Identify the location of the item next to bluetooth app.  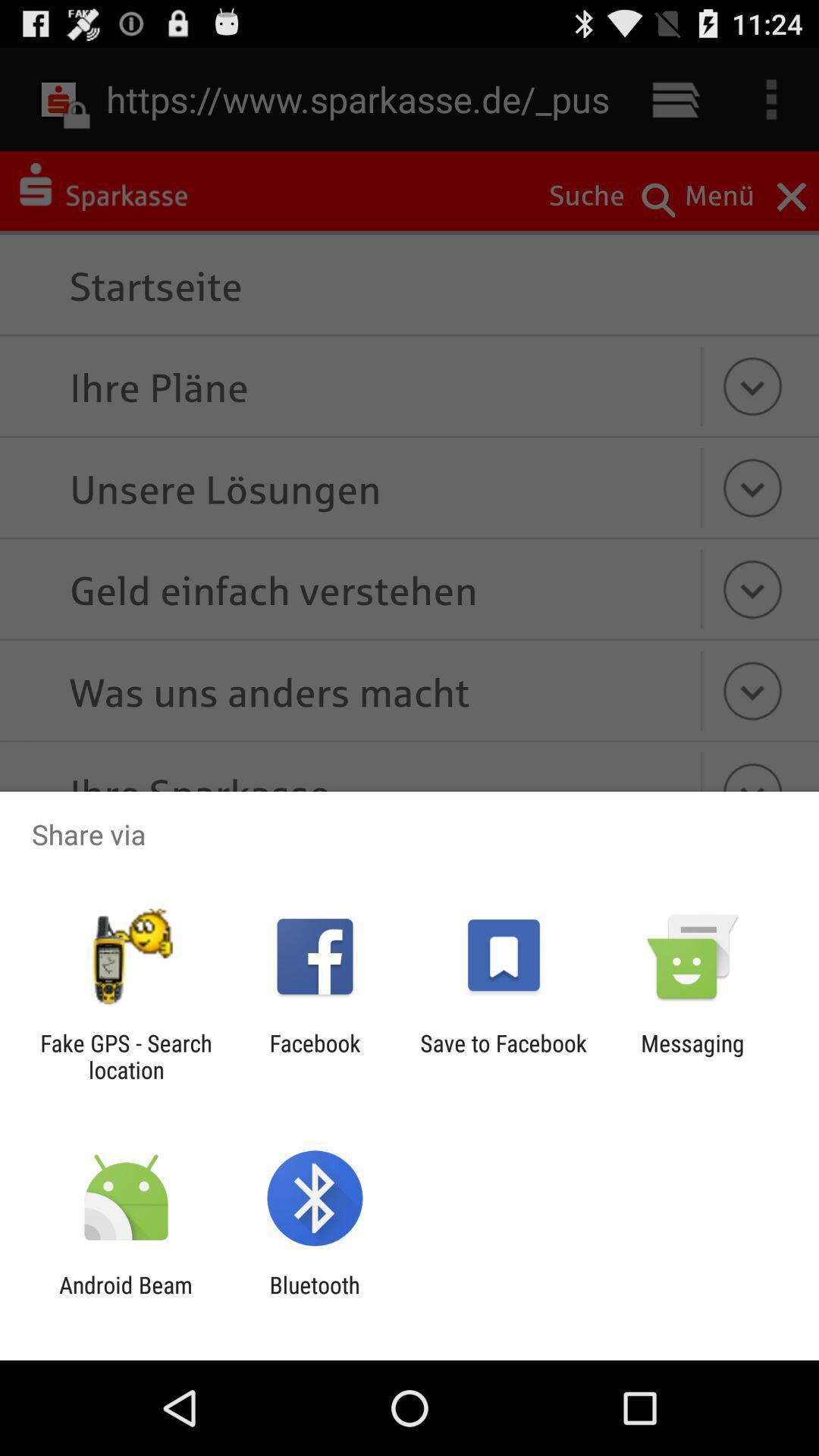
(125, 1298).